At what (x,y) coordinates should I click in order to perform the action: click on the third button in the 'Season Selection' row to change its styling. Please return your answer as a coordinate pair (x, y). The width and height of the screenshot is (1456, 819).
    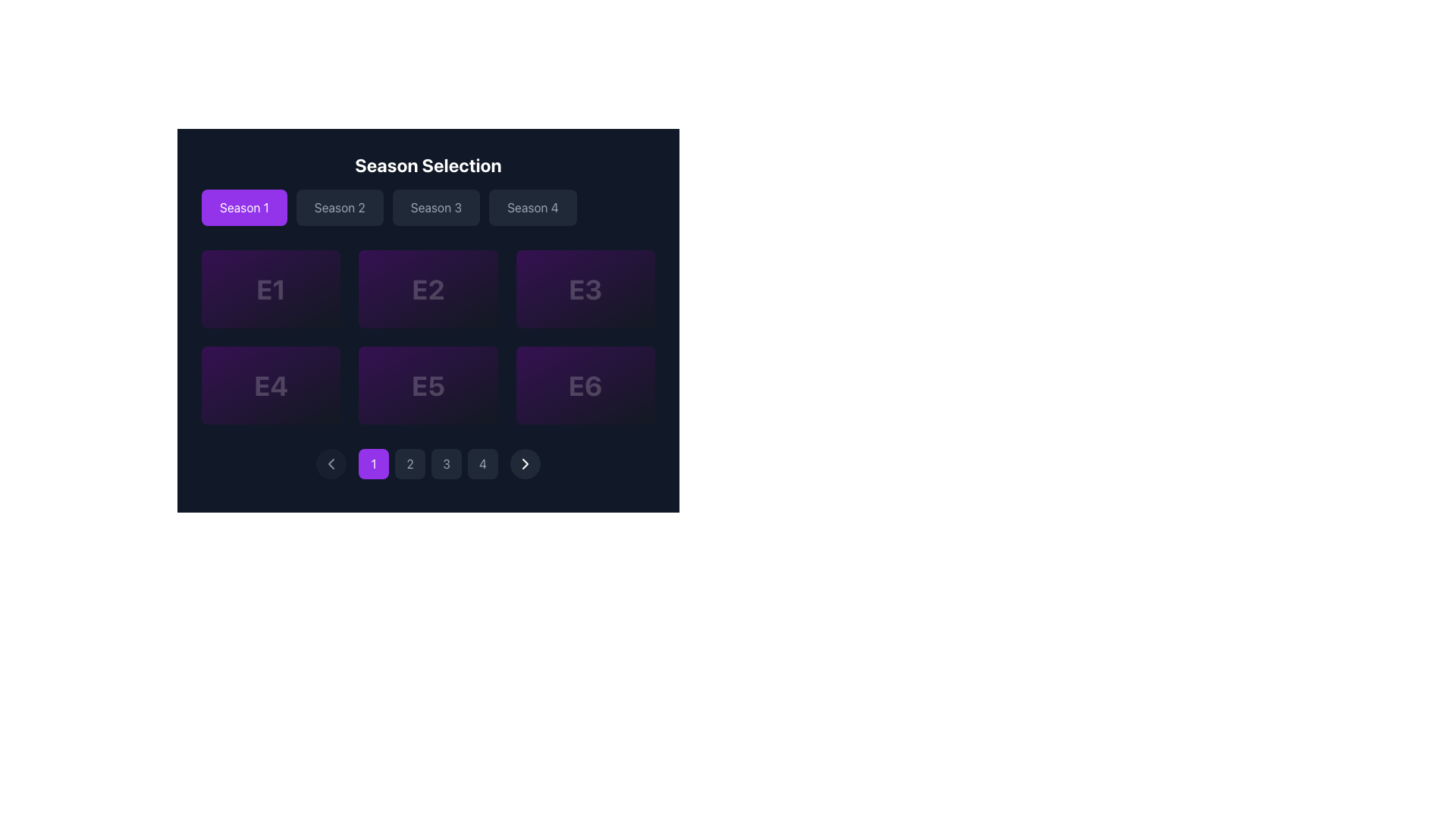
    Looking at the image, I should click on (435, 207).